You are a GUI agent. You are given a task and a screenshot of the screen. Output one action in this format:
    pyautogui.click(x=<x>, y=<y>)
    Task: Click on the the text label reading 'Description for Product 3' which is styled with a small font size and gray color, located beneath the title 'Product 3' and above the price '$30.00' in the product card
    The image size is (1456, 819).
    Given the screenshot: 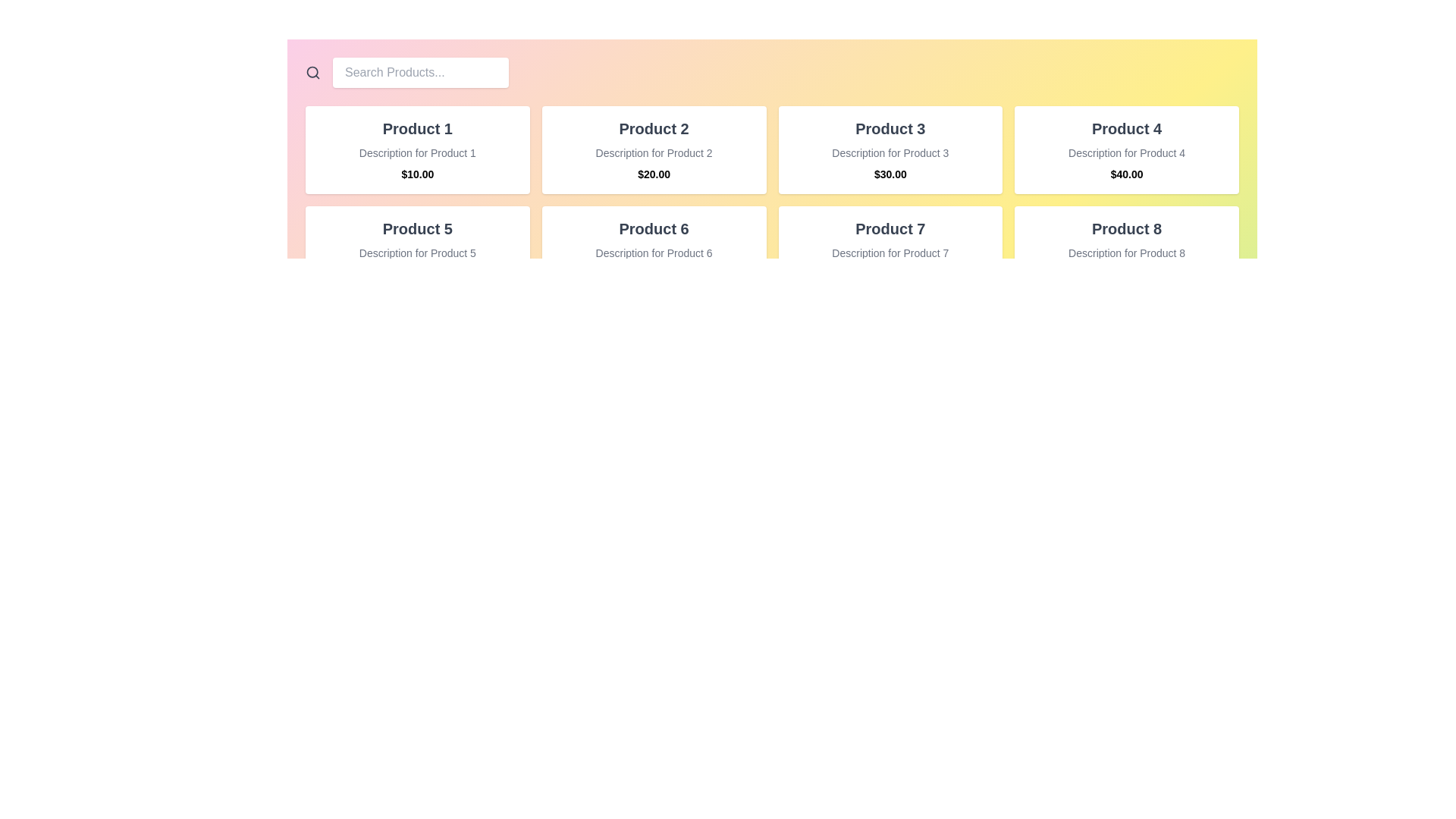 What is the action you would take?
    pyautogui.click(x=890, y=152)
    